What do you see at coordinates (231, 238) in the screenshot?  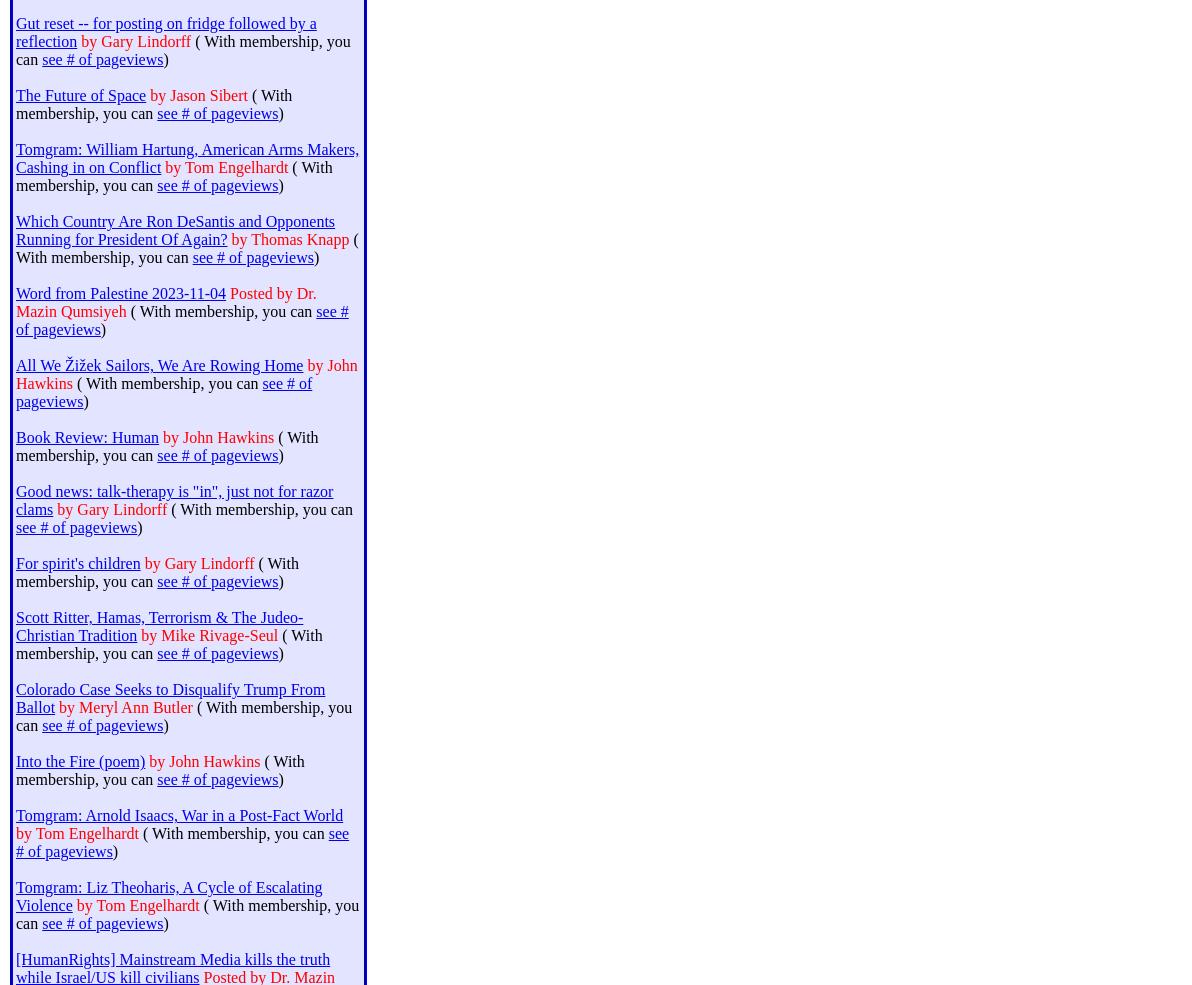 I see `'by Thomas Knapp'` at bounding box center [231, 238].